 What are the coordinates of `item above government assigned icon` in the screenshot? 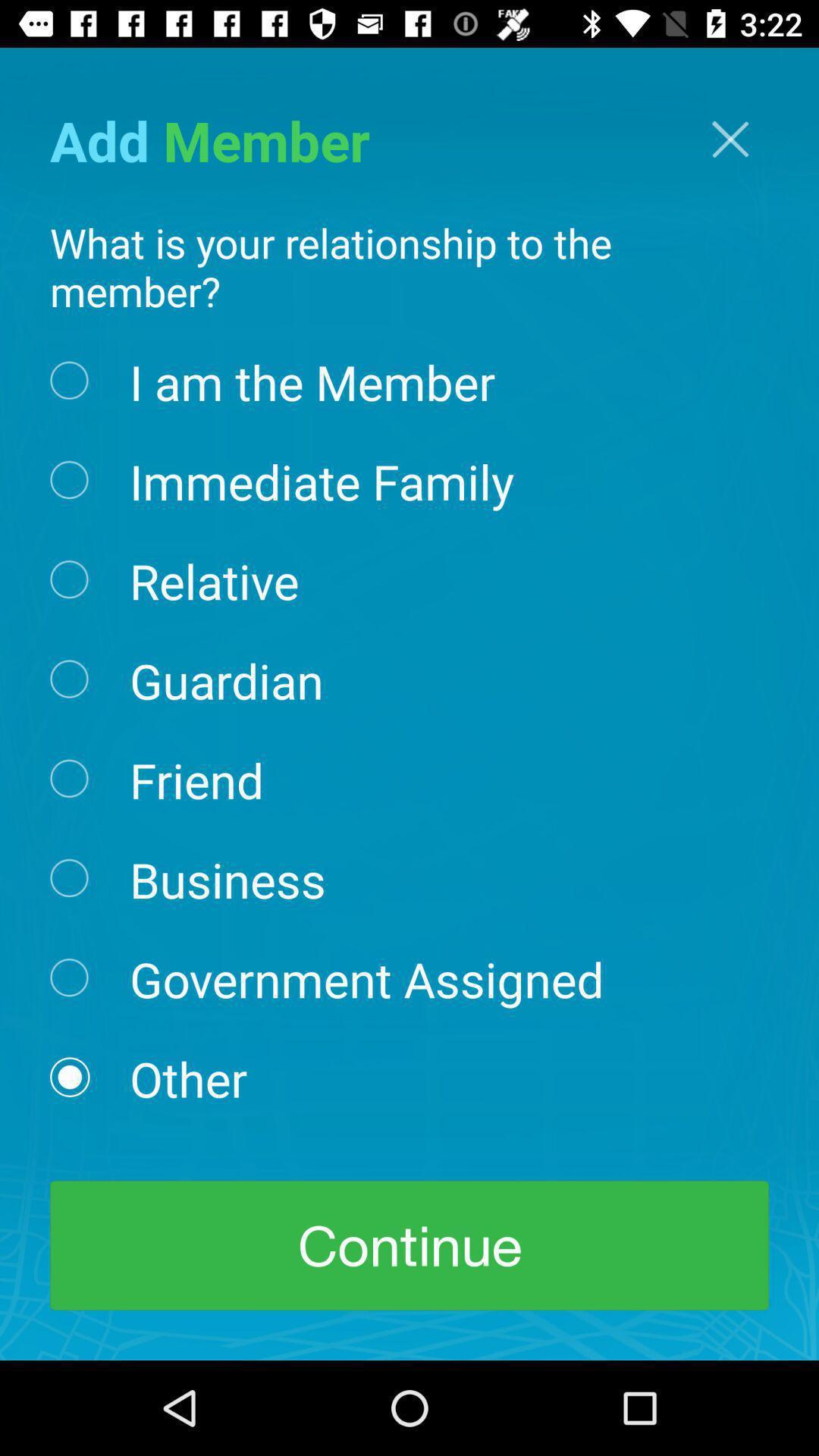 It's located at (227, 878).